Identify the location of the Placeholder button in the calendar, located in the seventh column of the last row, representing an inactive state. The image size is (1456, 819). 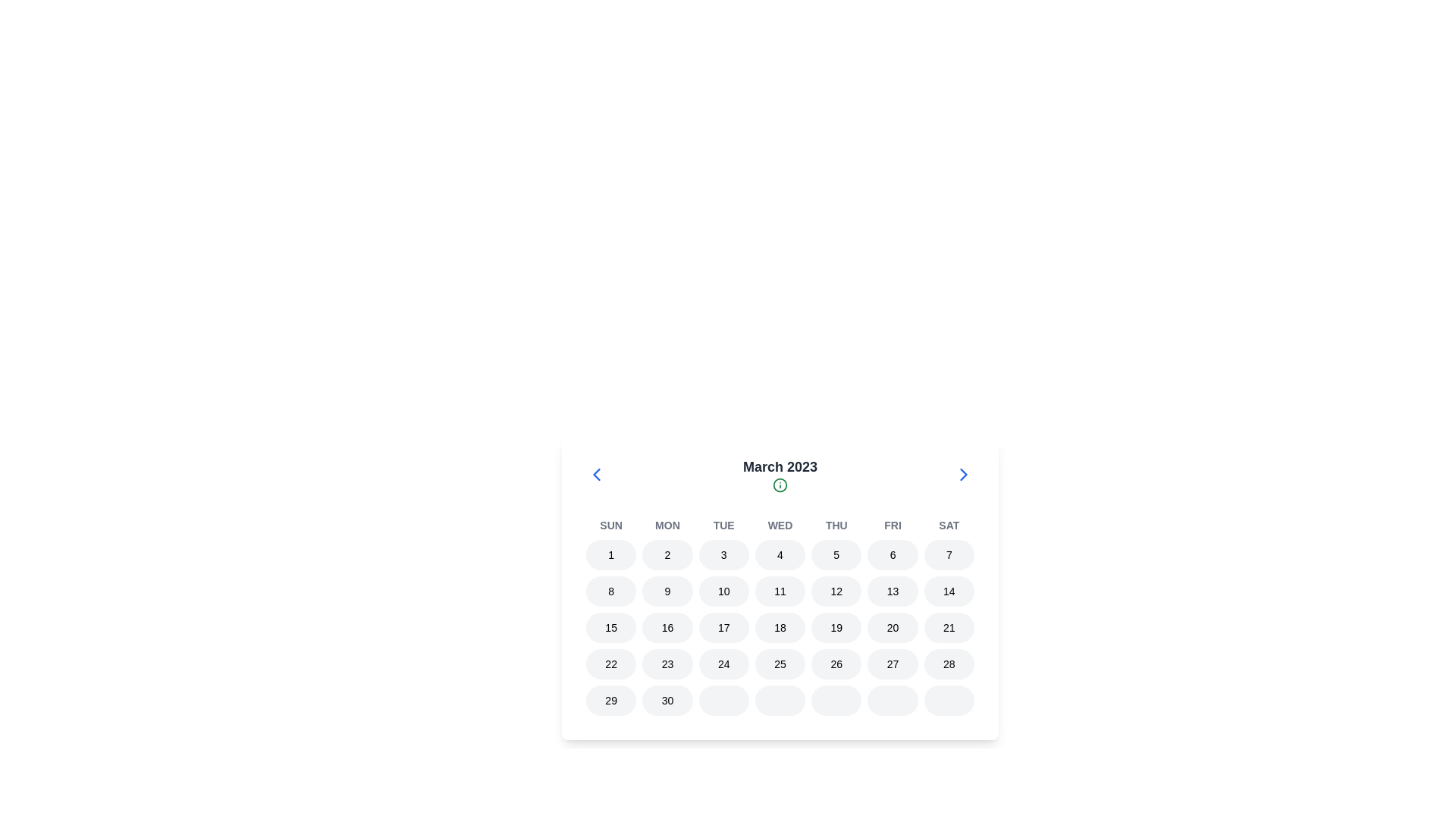
(948, 701).